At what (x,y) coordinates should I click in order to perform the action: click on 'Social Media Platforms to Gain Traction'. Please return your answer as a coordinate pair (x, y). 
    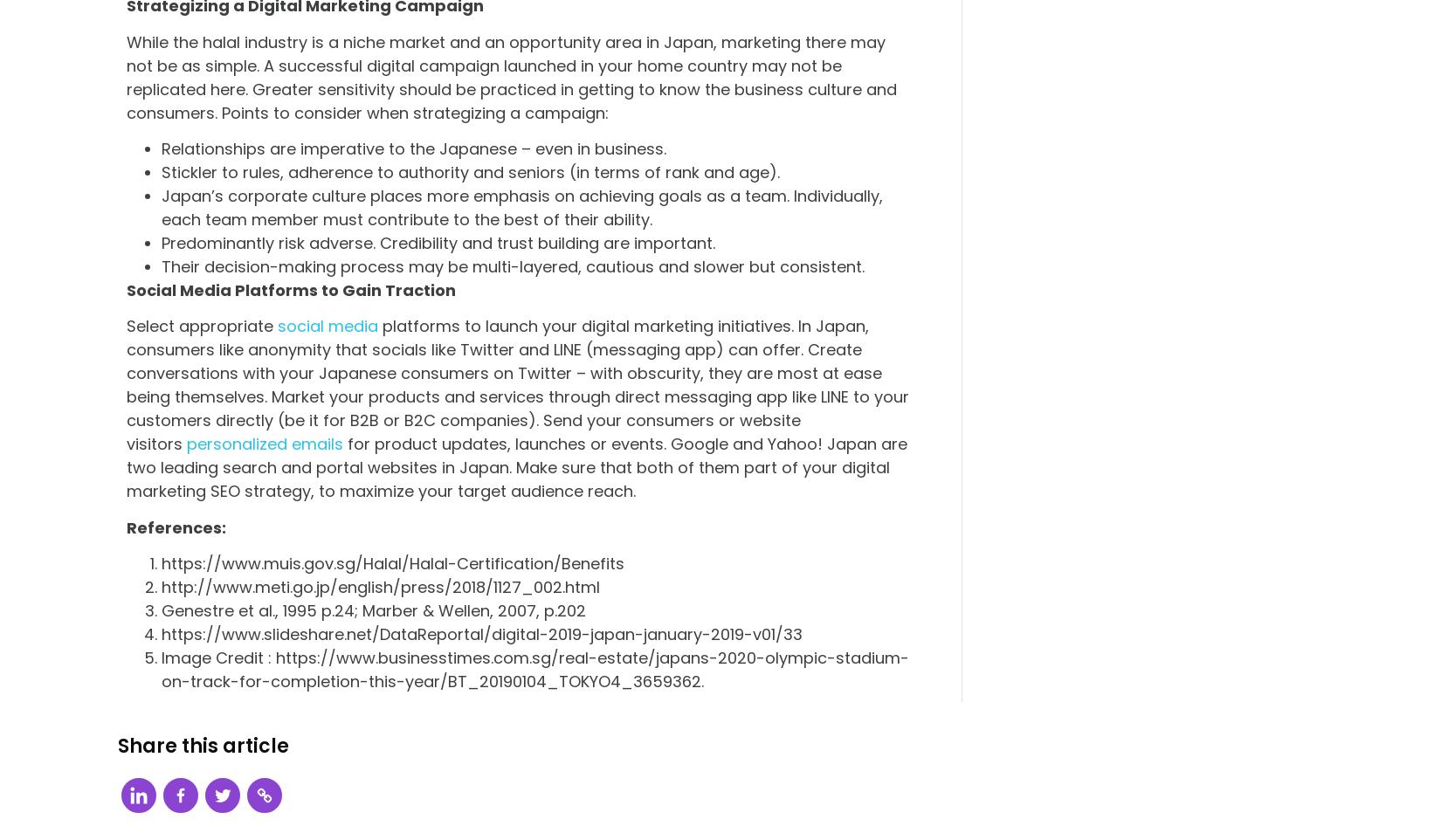
    Looking at the image, I should click on (127, 289).